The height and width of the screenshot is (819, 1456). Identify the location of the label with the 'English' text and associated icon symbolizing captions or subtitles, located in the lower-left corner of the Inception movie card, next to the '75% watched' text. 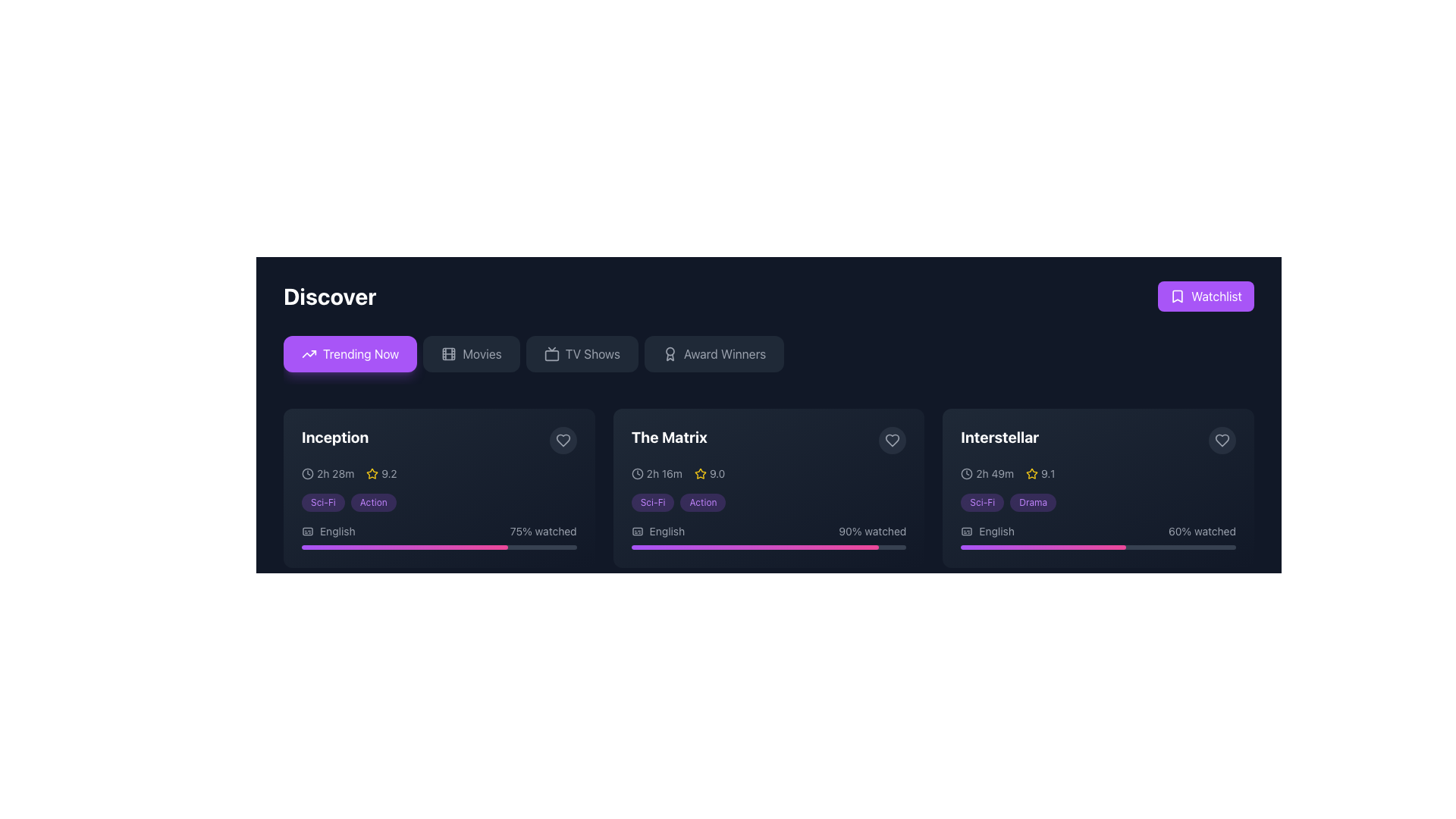
(328, 531).